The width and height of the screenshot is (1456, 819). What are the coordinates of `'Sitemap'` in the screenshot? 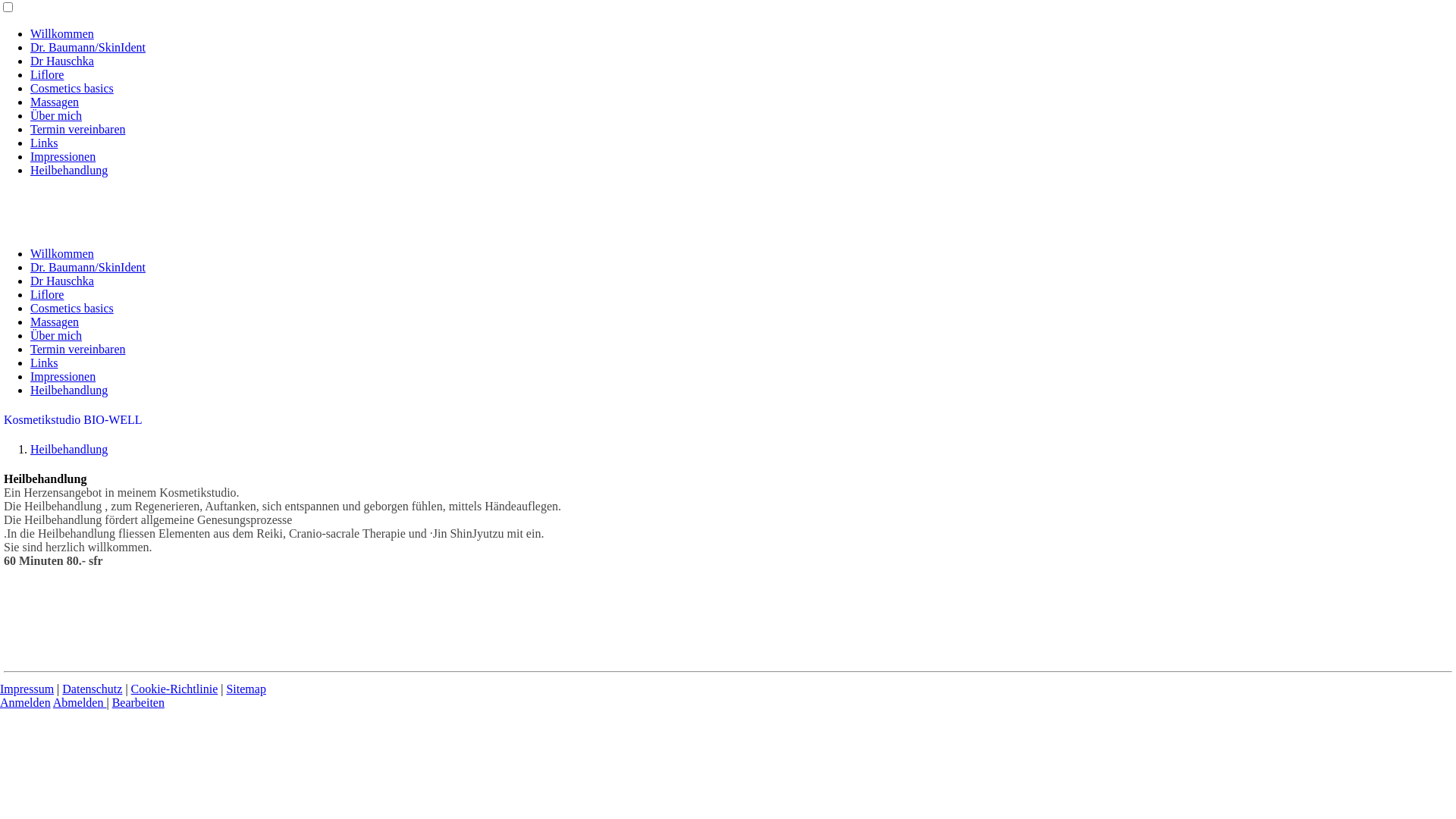 It's located at (246, 689).